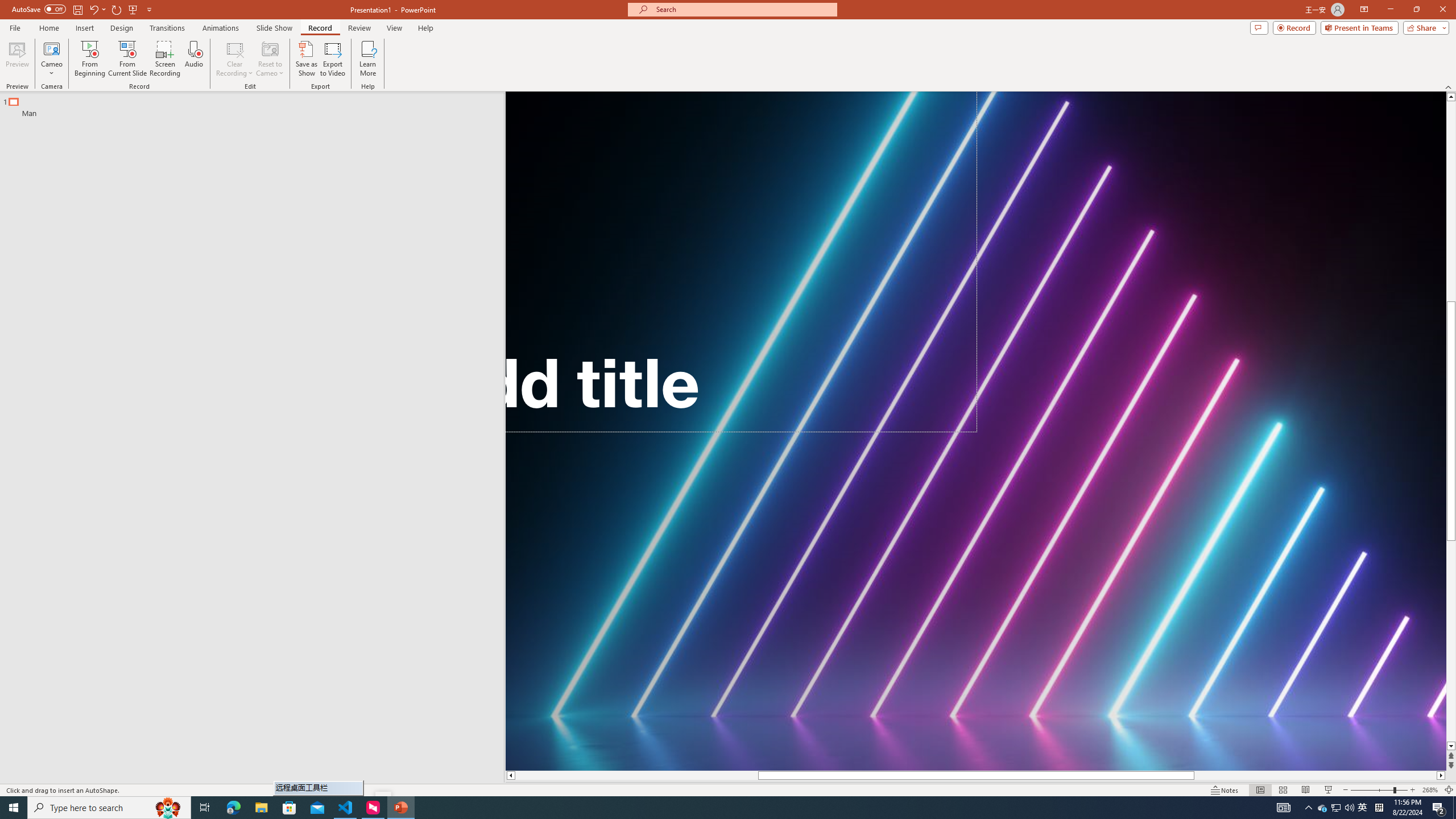 The image size is (1456, 819). What do you see at coordinates (269, 59) in the screenshot?
I see `'Reset to Cameo'` at bounding box center [269, 59].